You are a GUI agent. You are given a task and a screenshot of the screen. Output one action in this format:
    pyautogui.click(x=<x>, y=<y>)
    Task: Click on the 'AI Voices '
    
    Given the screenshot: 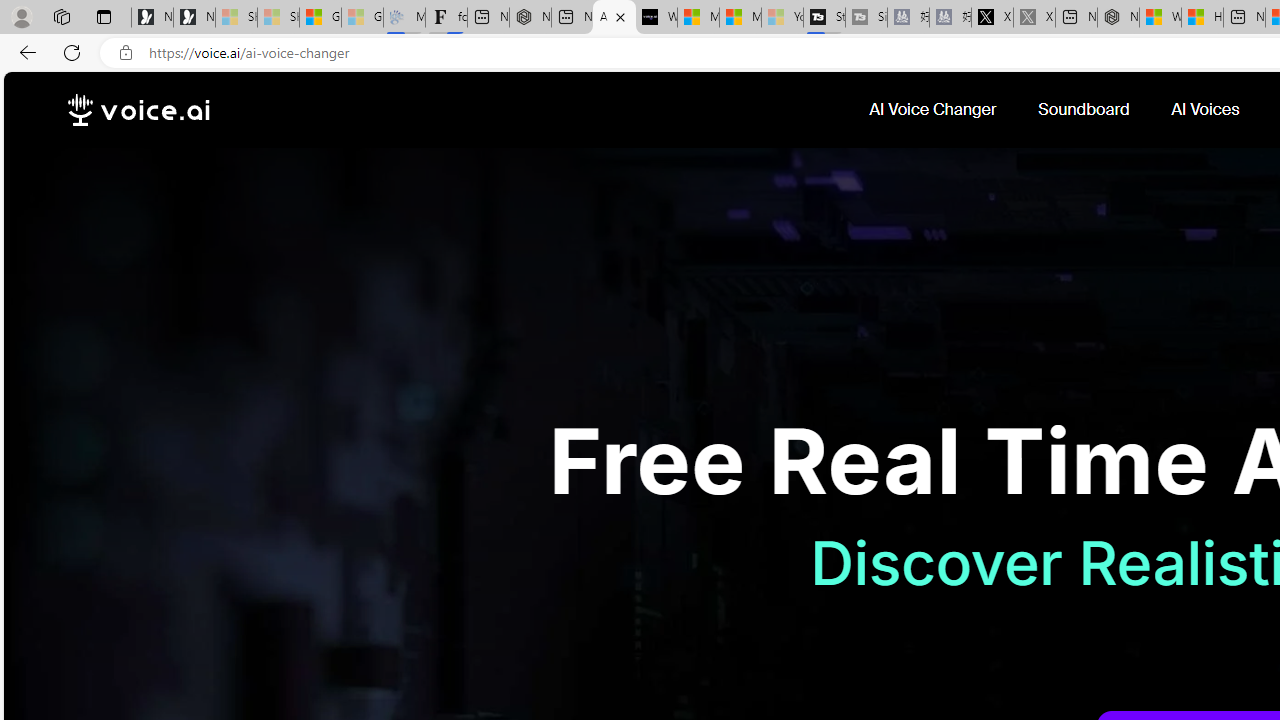 What is the action you would take?
    pyautogui.click(x=1206, y=109)
    